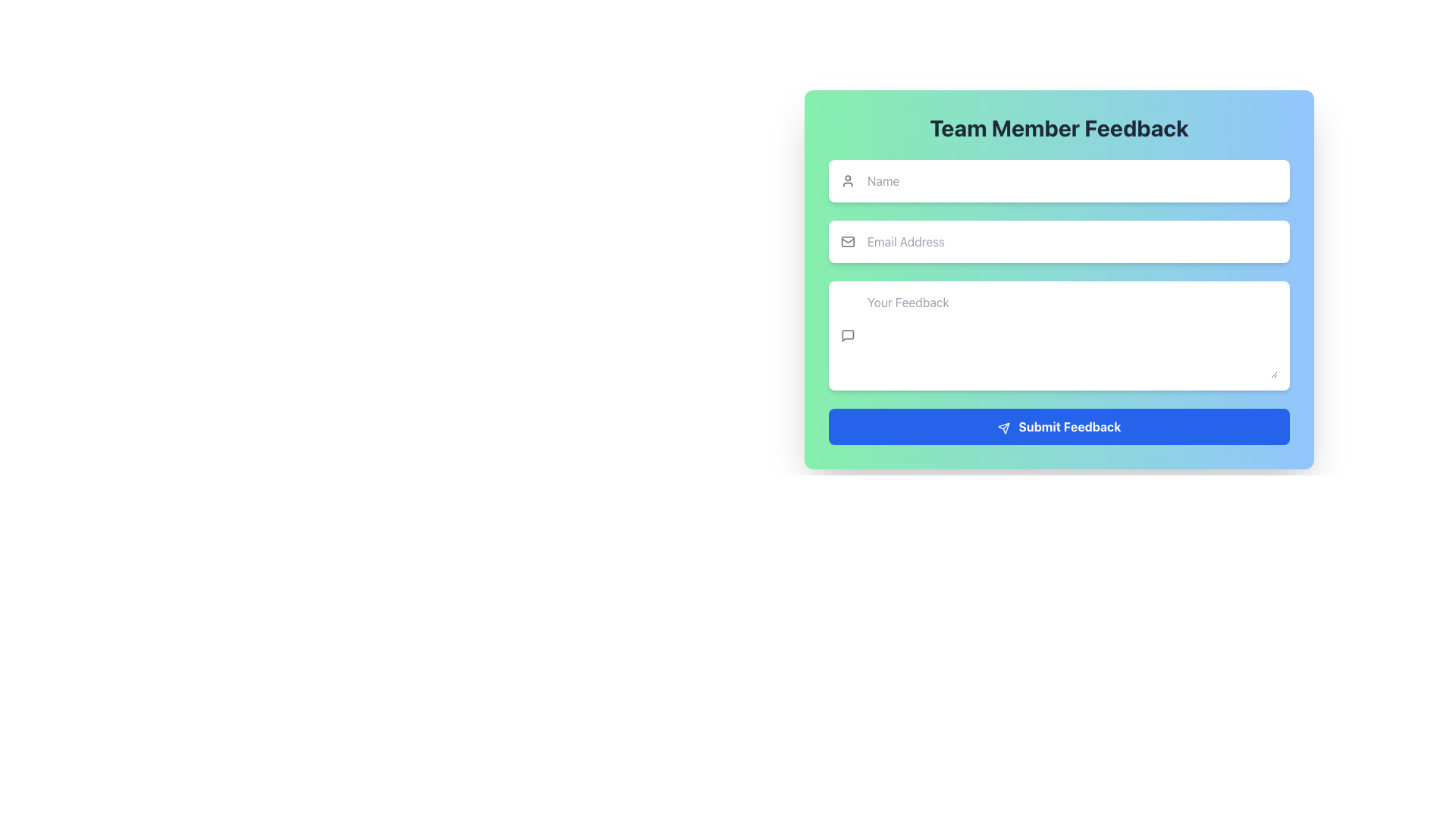  I want to click on the small gray chat icon located at the top-left corner of the feedback text area under the 'Your Feedback' label, so click(847, 335).